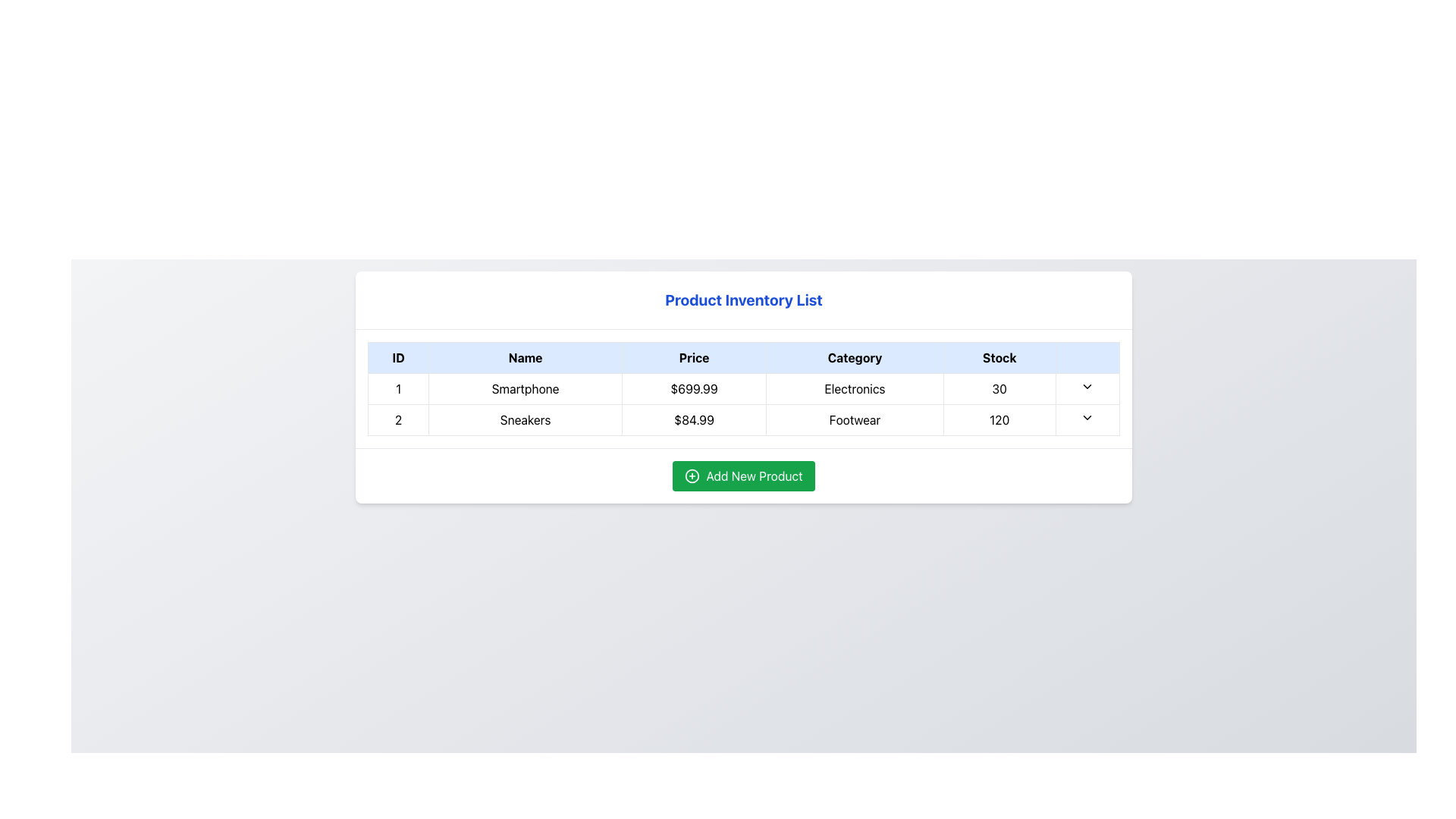  I want to click on the circular SVG element that forms part of the 'plus inside a circle' icon within the green 'Add New Product' button, so click(692, 475).